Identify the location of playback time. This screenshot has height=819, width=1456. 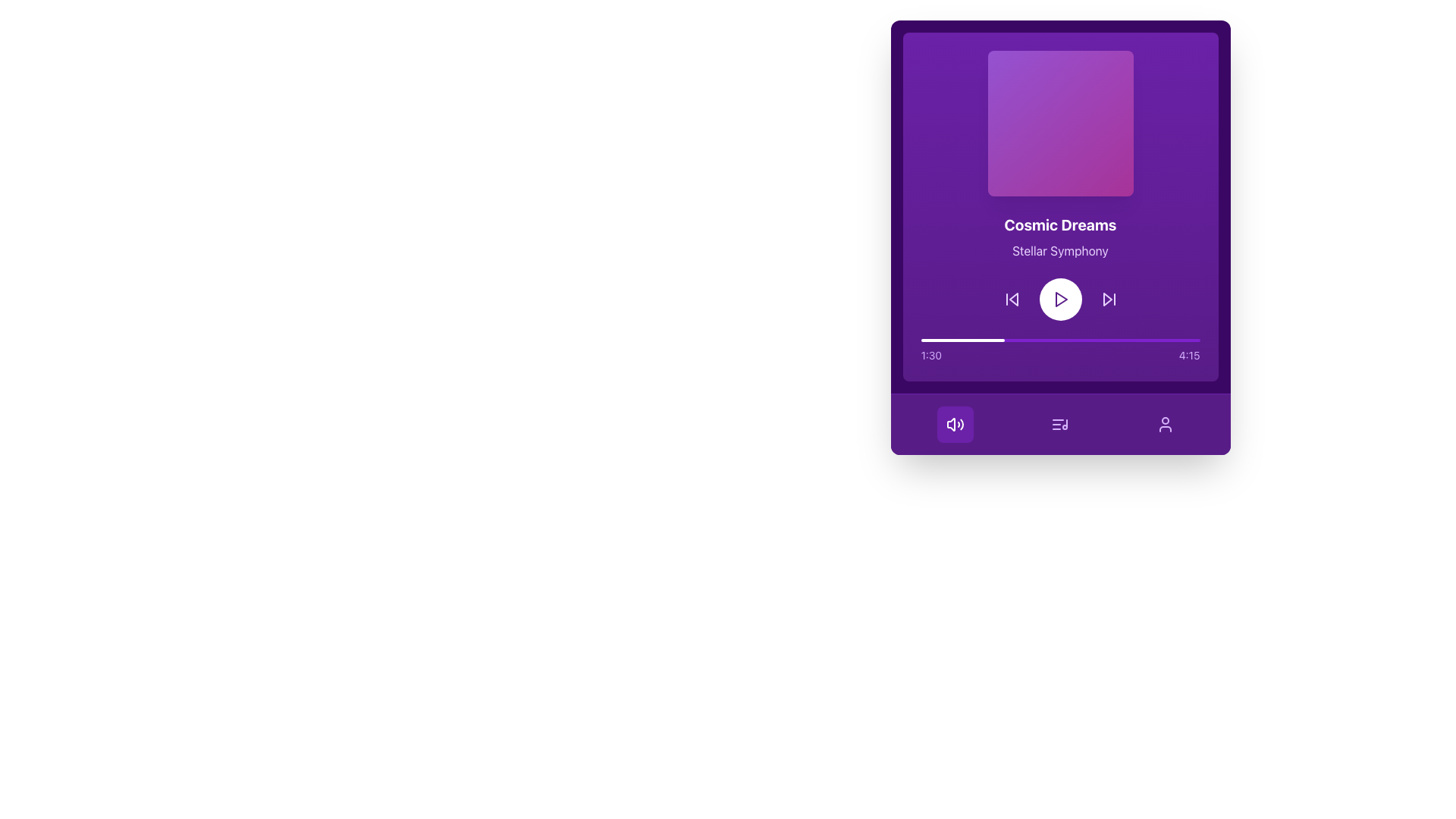
(934, 339).